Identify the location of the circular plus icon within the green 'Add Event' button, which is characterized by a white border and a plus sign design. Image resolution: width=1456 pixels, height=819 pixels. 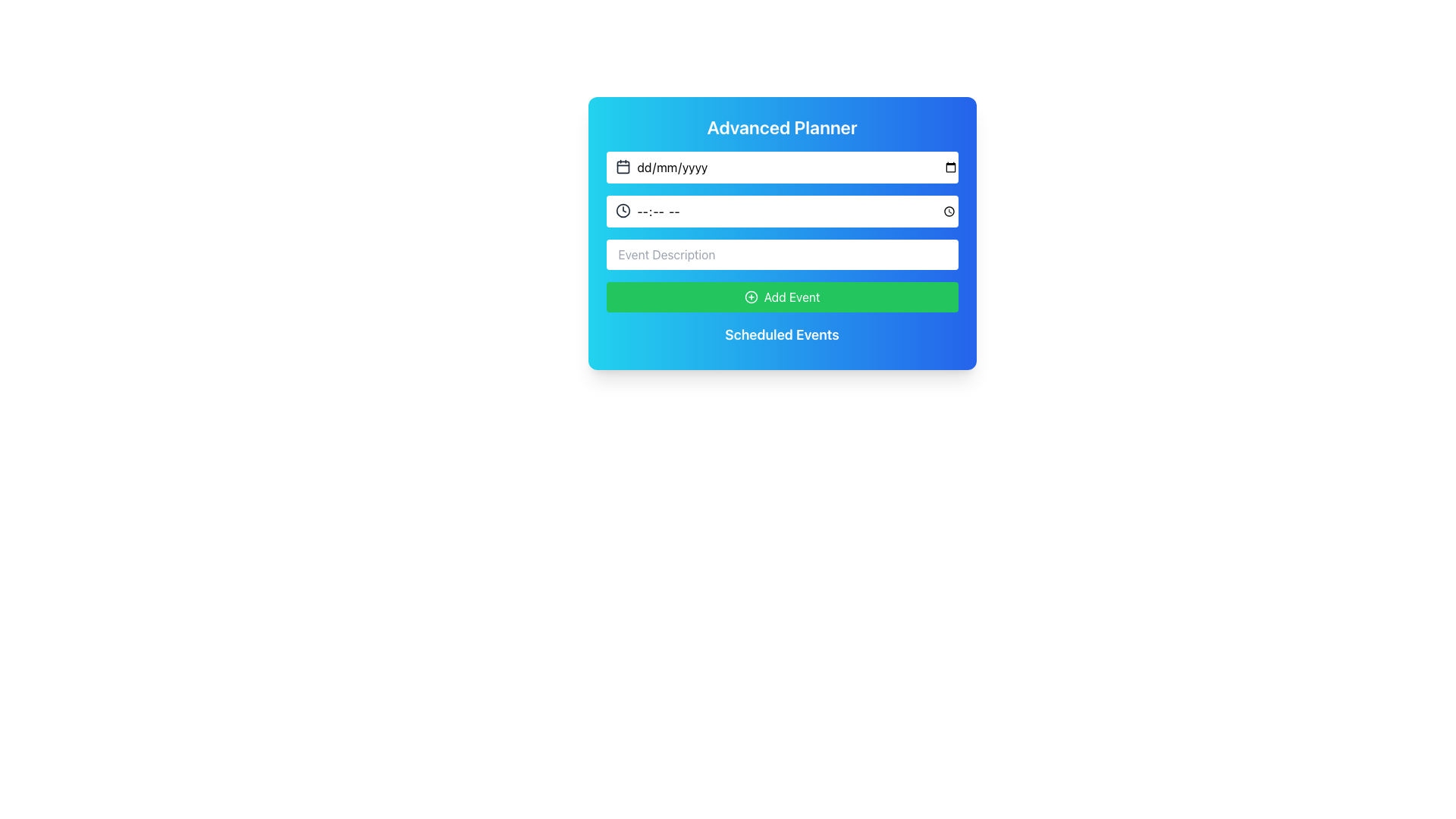
(751, 297).